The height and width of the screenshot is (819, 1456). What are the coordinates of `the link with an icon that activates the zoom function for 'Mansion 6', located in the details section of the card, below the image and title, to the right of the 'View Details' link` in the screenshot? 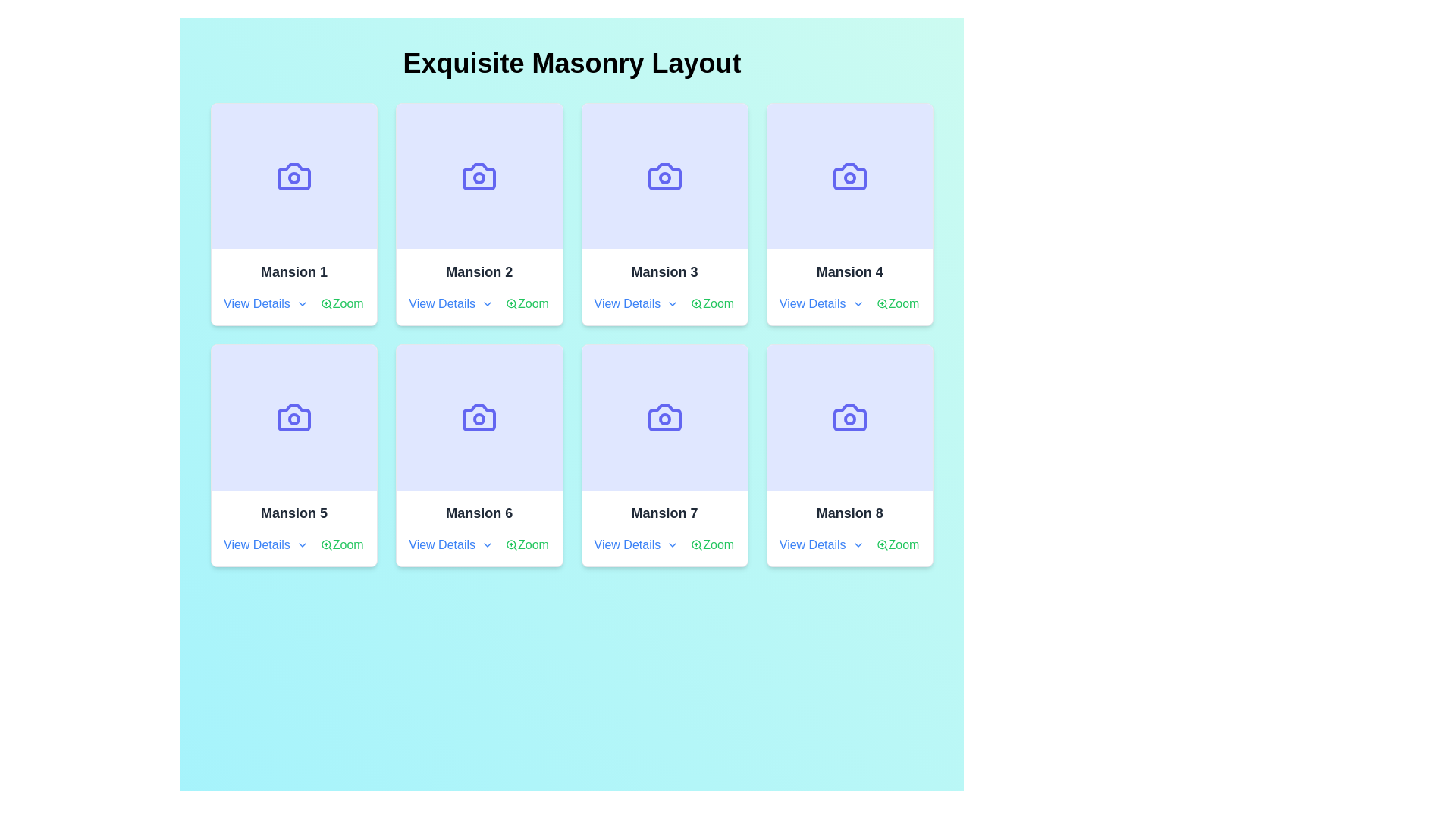 It's located at (527, 544).